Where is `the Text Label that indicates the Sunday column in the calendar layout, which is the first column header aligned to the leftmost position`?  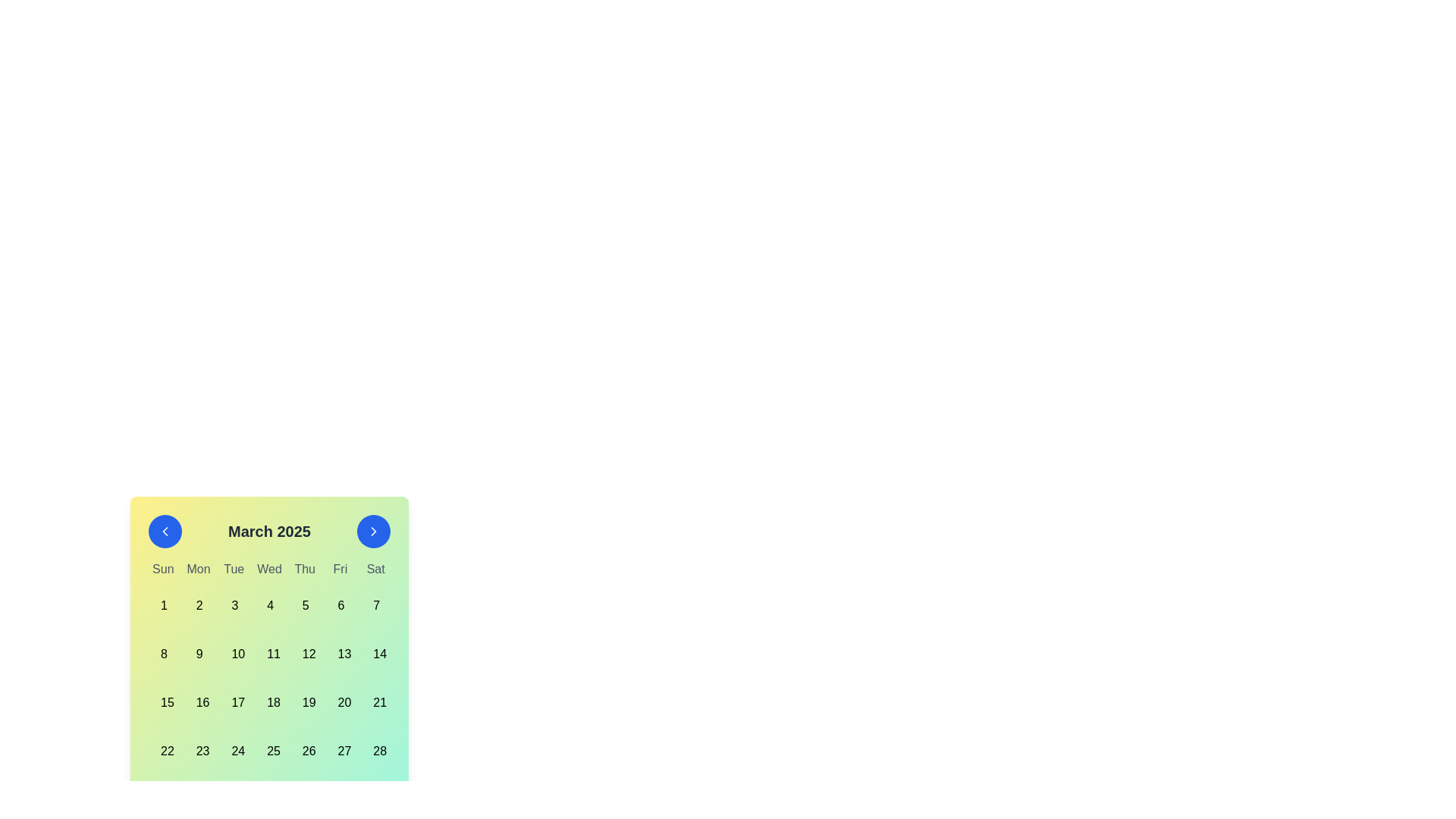 the Text Label that indicates the Sunday column in the calendar layout, which is the first column header aligned to the leftmost position is located at coordinates (163, 570).